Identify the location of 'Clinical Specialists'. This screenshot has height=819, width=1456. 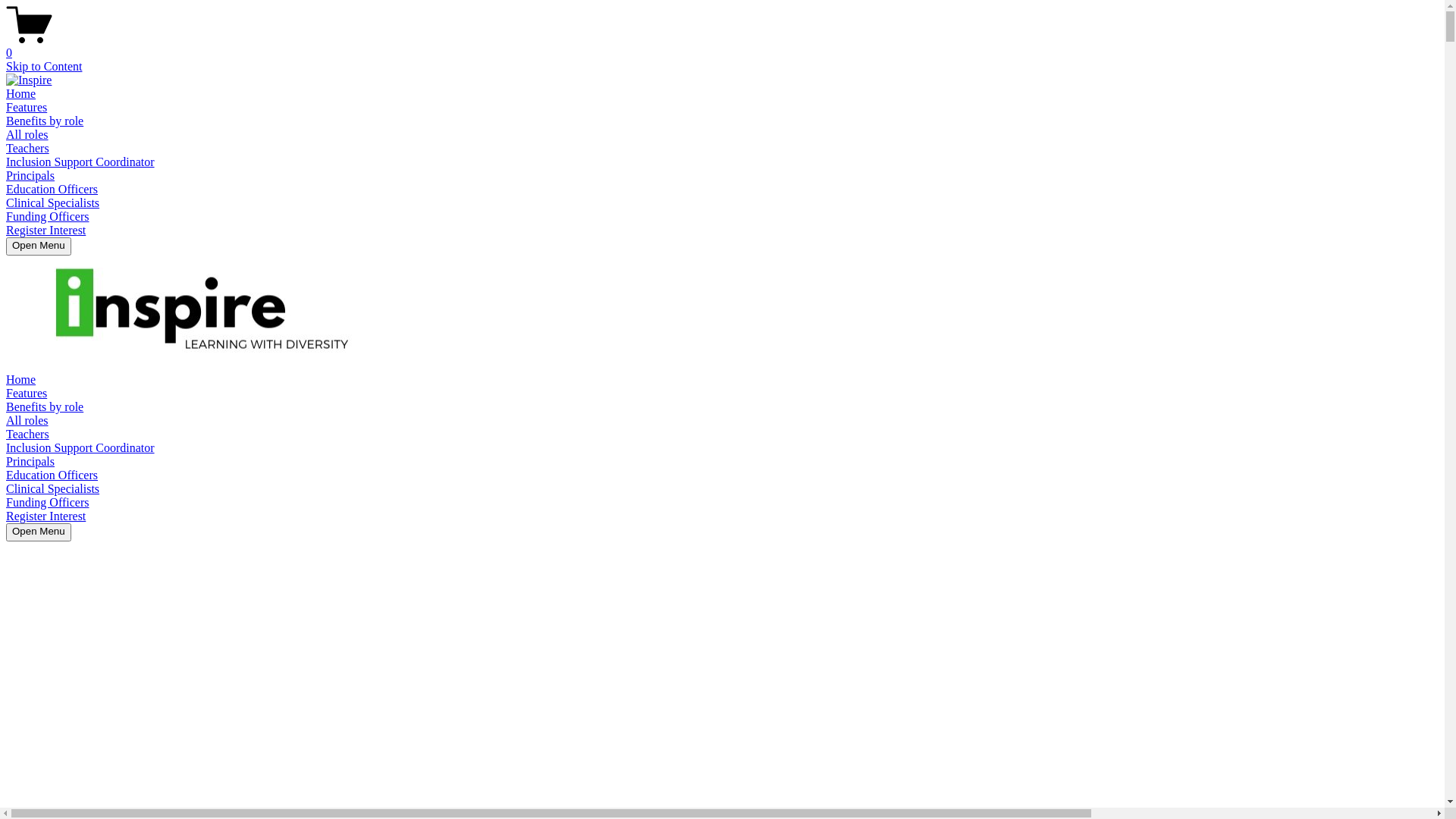
(6, 202).